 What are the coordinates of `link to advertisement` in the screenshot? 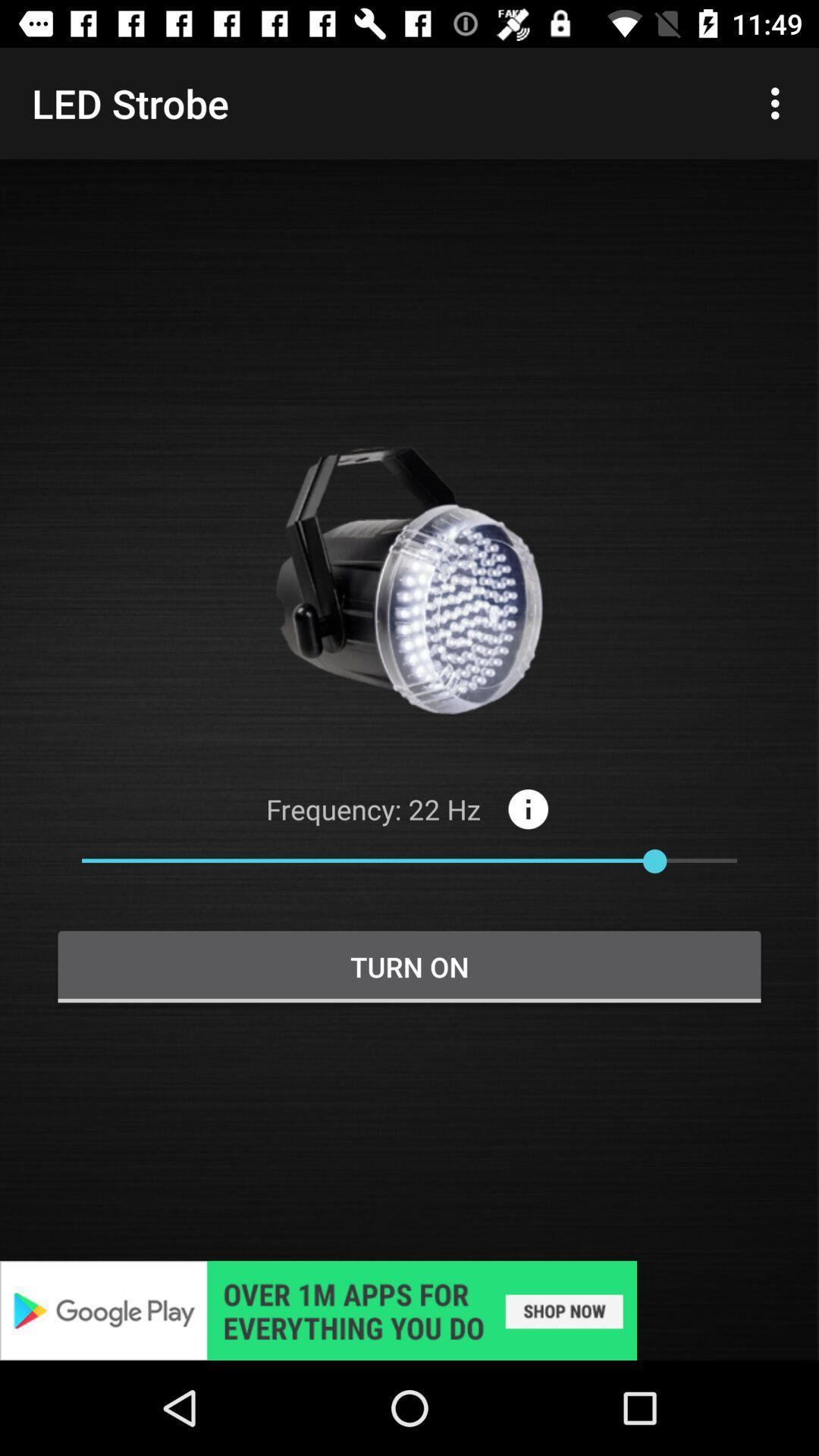 It's located at (409, 1310).